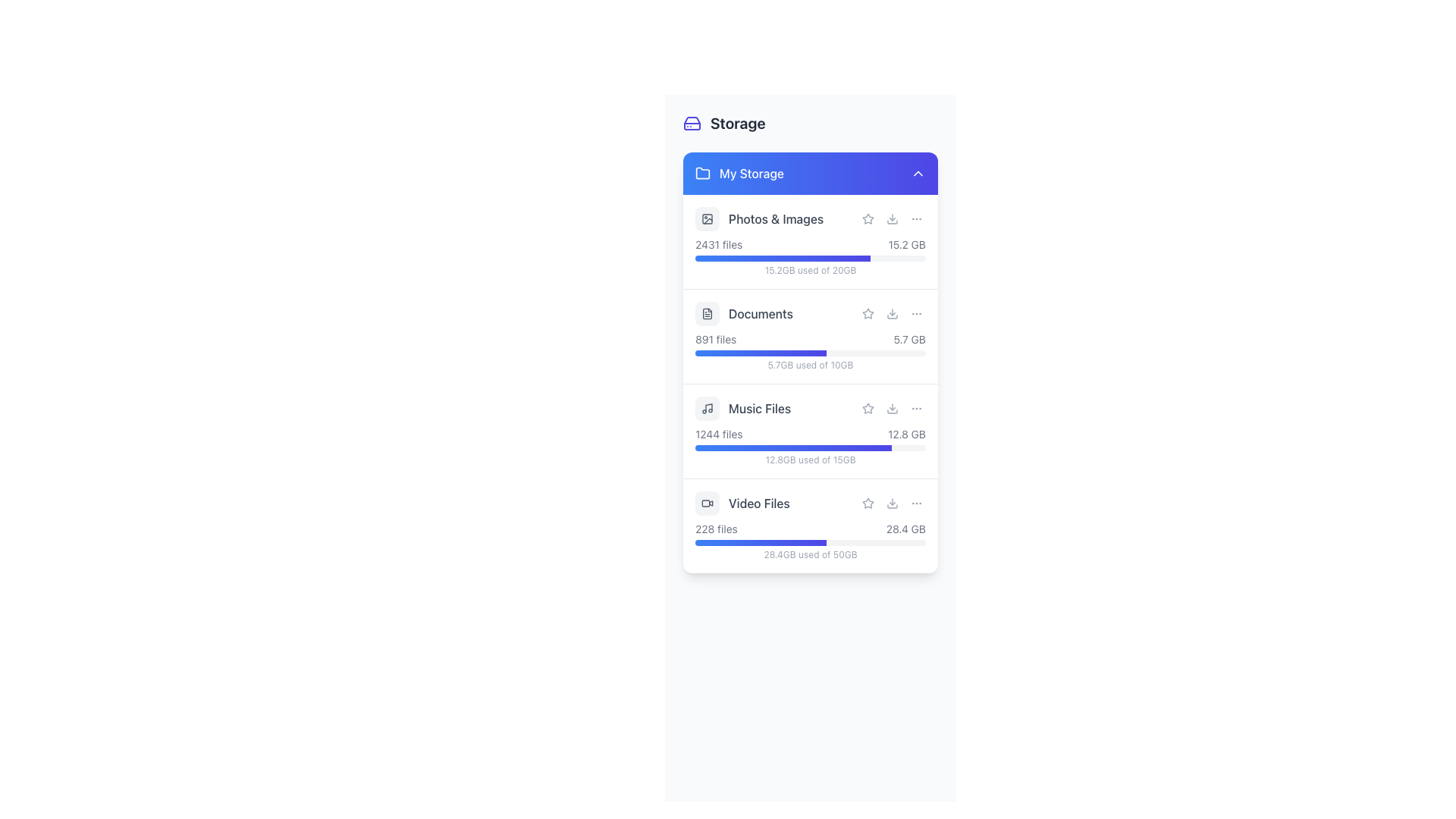 The height and width of the screenshot is (819, 1456). What do you see at coordinates (892, 408) in the screenshot?
I see `the circular download button with a downward arrow icon located in the 'Music Files' row to initiate download` at bounding box center [892, 408].